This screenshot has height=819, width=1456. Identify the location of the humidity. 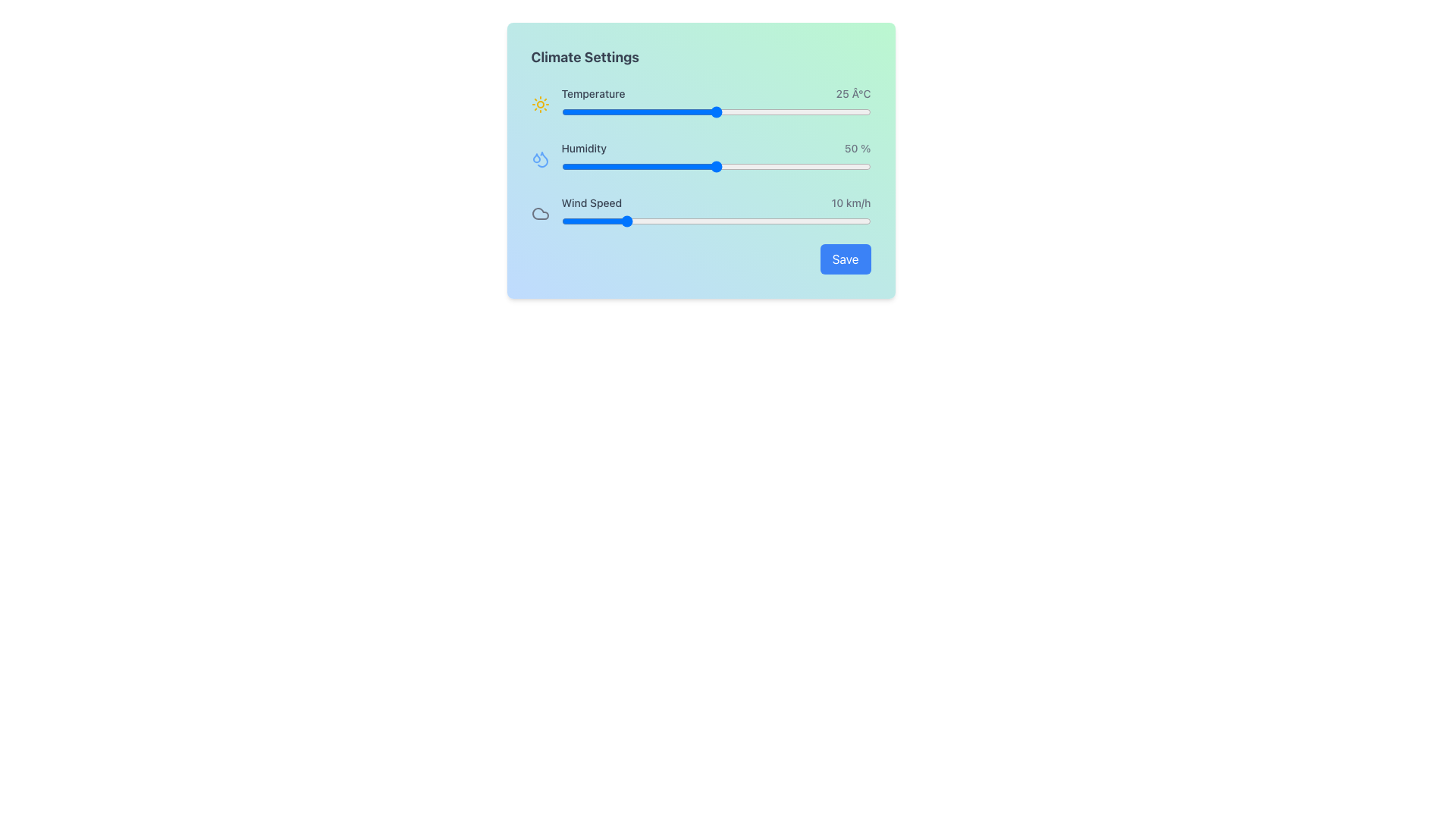
(781, 166).